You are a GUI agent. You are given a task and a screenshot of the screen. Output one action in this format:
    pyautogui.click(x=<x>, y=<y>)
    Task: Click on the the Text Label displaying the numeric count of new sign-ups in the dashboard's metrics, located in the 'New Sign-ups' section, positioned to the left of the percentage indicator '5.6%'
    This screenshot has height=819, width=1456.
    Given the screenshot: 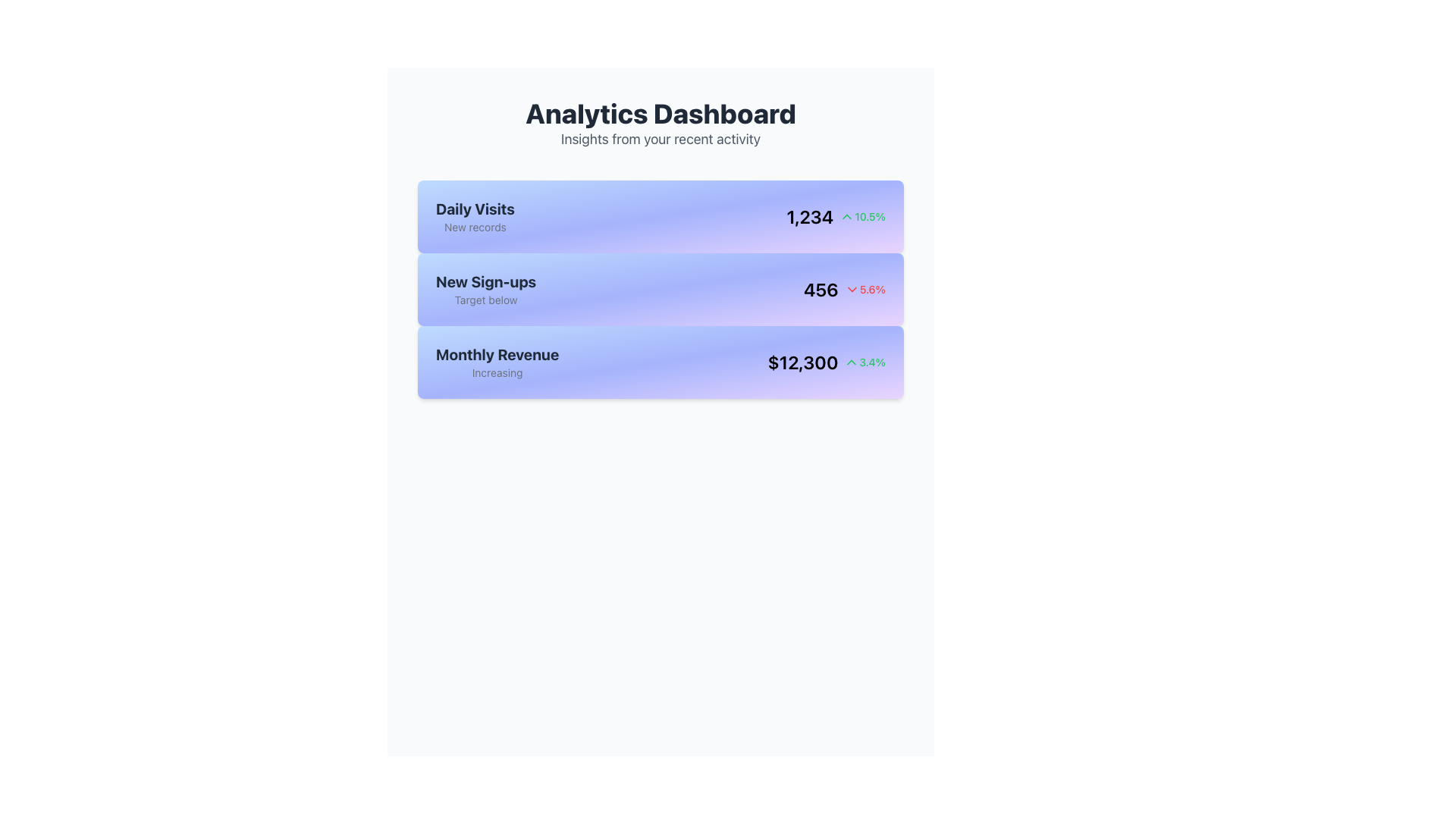 What is the action you would take?
    pyautogui.click(x=820, y=289)
    